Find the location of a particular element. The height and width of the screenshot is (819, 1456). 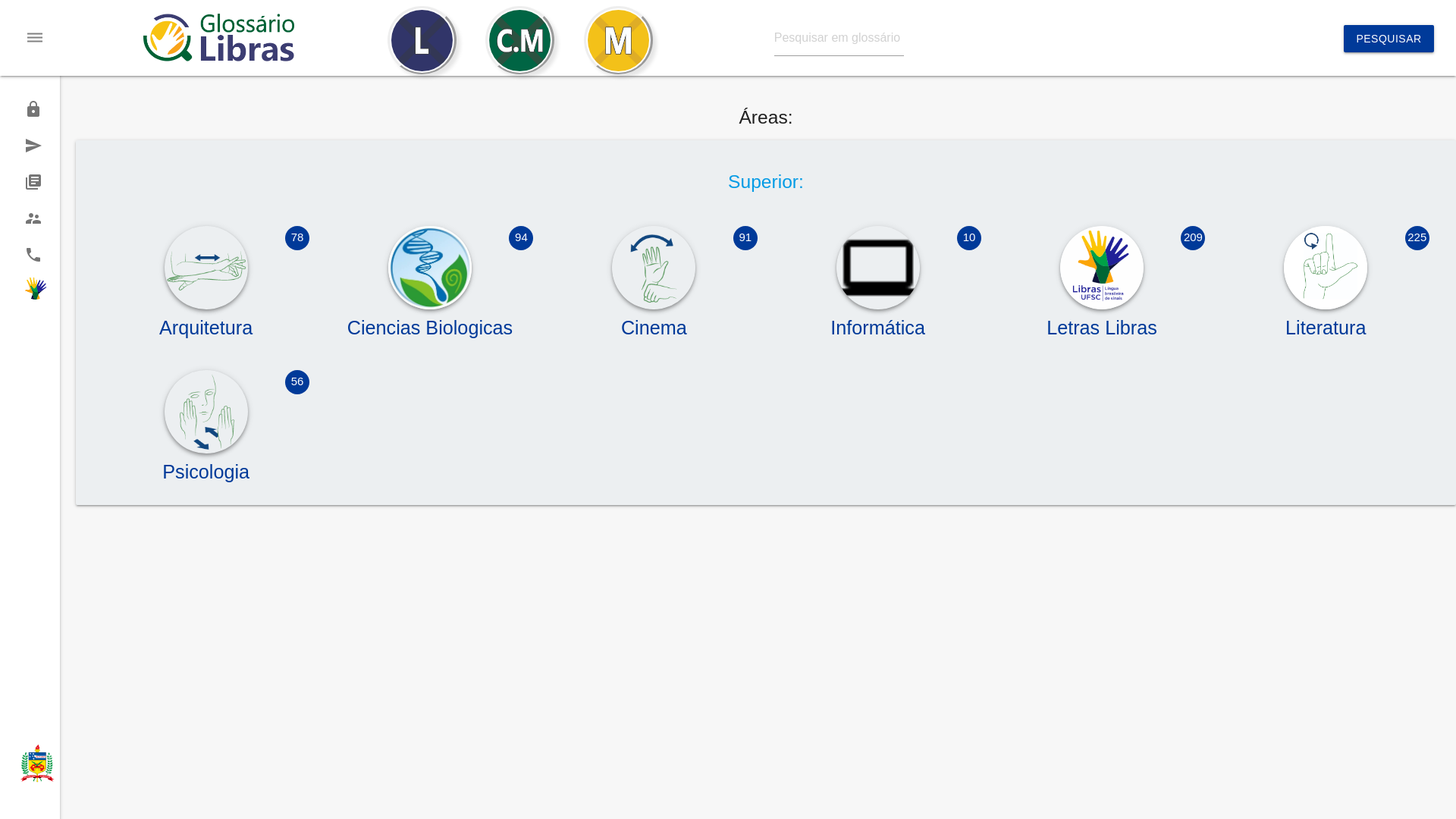

'209 is located at coordinates (1102, 320).